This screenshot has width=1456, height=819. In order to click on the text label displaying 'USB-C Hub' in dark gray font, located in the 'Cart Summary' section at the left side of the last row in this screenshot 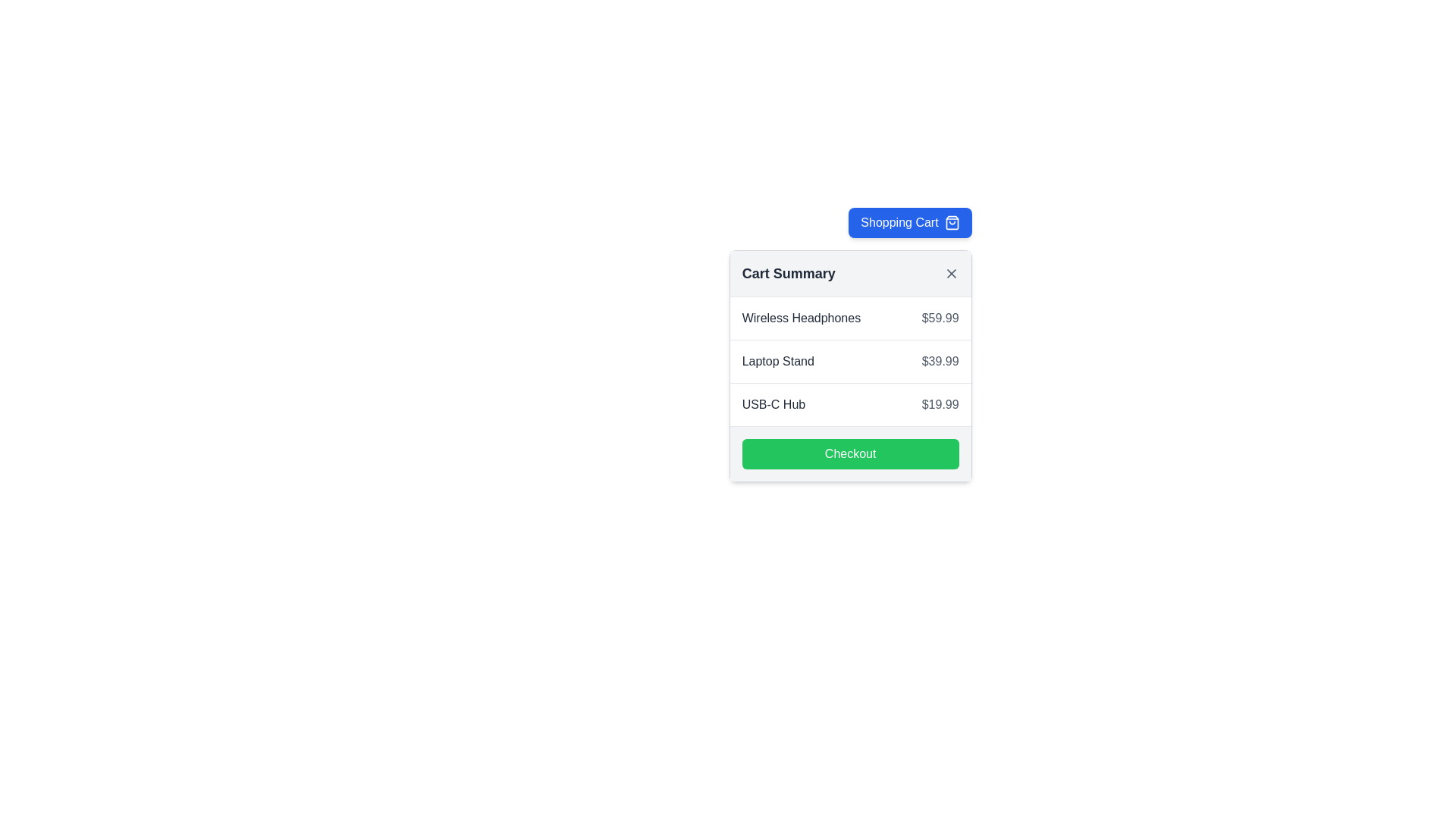, I will do `click(773, 403)`.